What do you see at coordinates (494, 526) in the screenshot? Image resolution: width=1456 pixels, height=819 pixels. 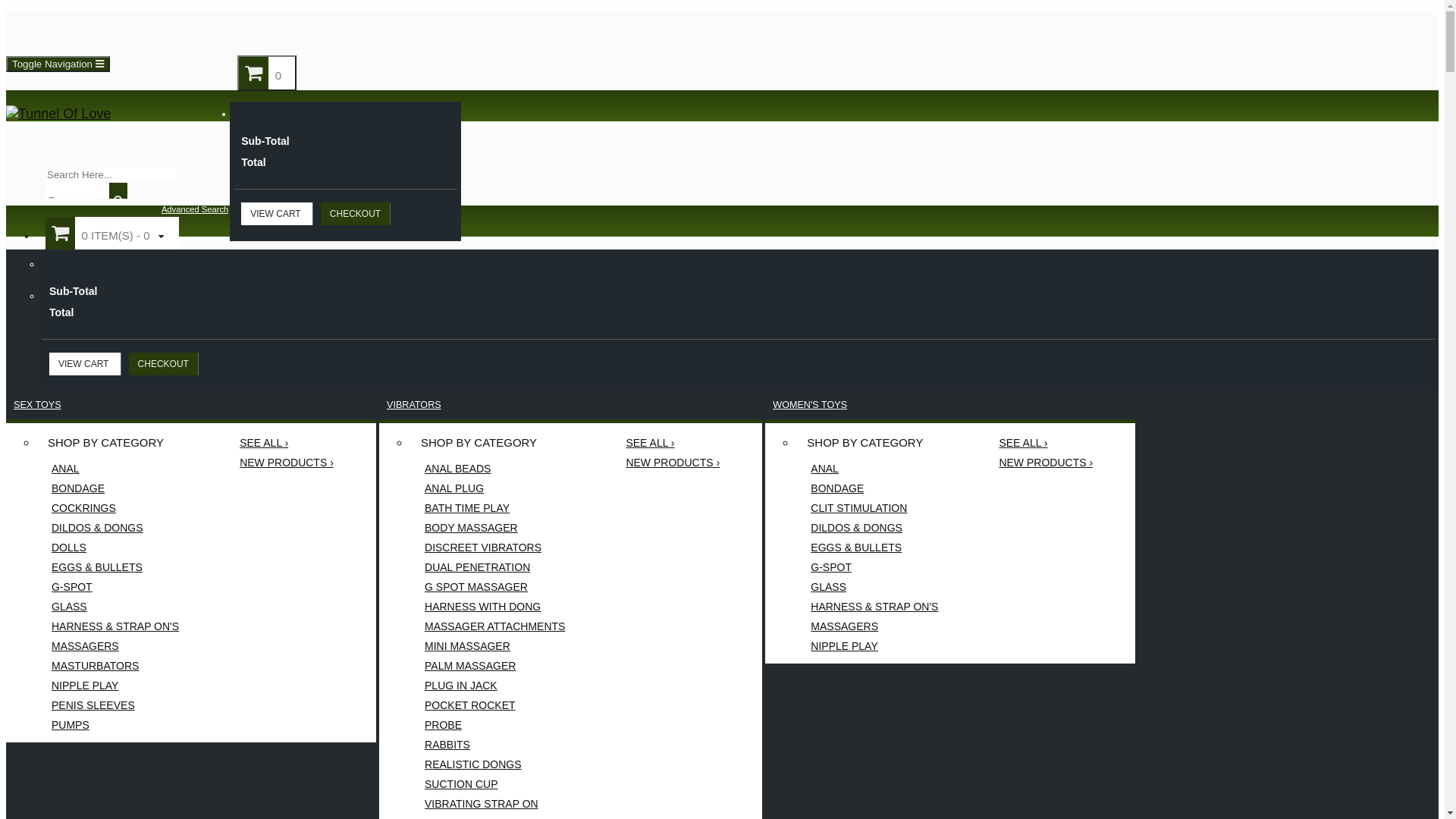 I see `'BODY MASSAGER'` at bounding box center [494, 526].